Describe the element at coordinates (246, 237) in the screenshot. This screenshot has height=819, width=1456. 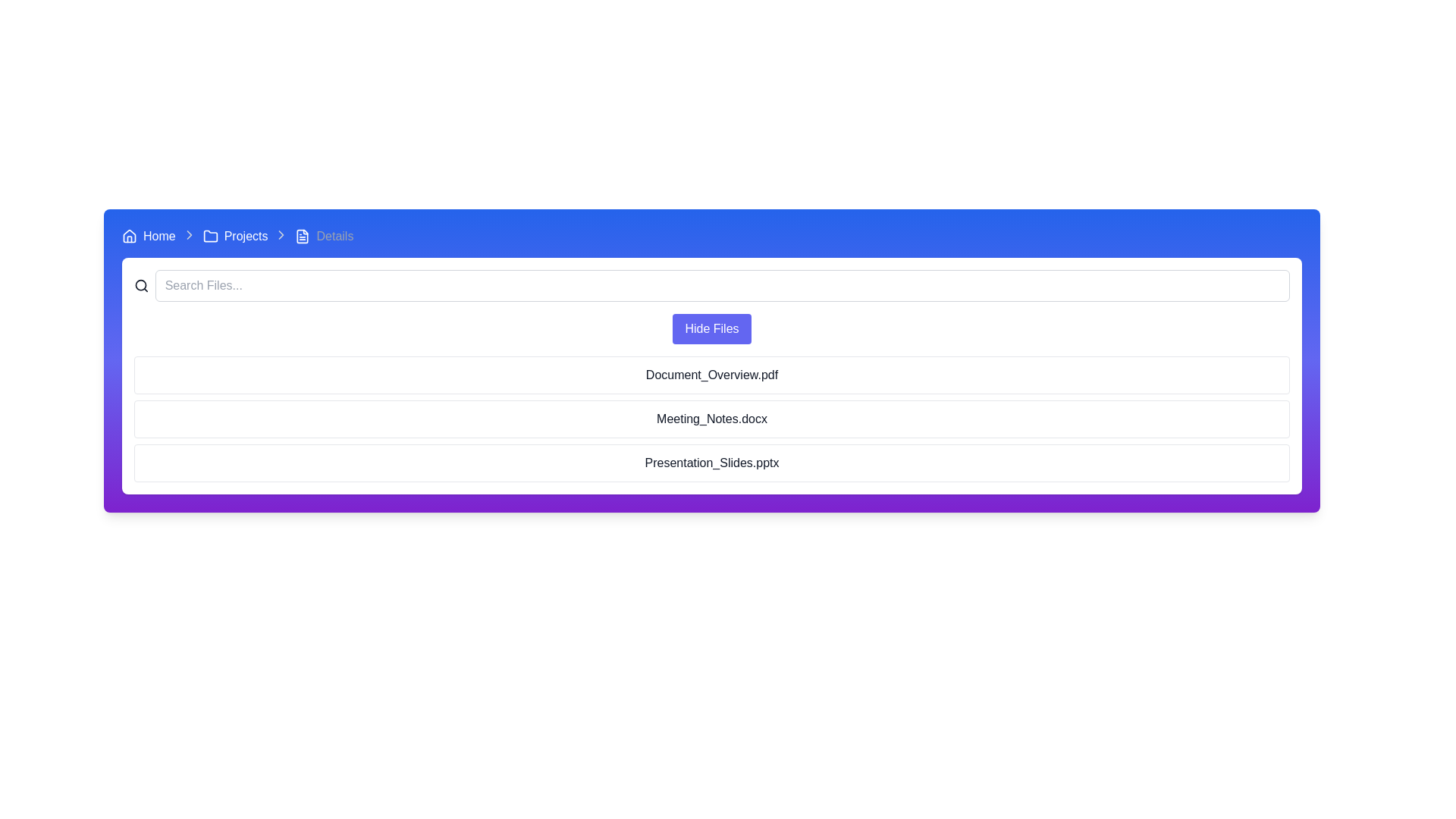
I see `the 'Projects' interactive text link located in the breadcrumb navigation bar` at that location.